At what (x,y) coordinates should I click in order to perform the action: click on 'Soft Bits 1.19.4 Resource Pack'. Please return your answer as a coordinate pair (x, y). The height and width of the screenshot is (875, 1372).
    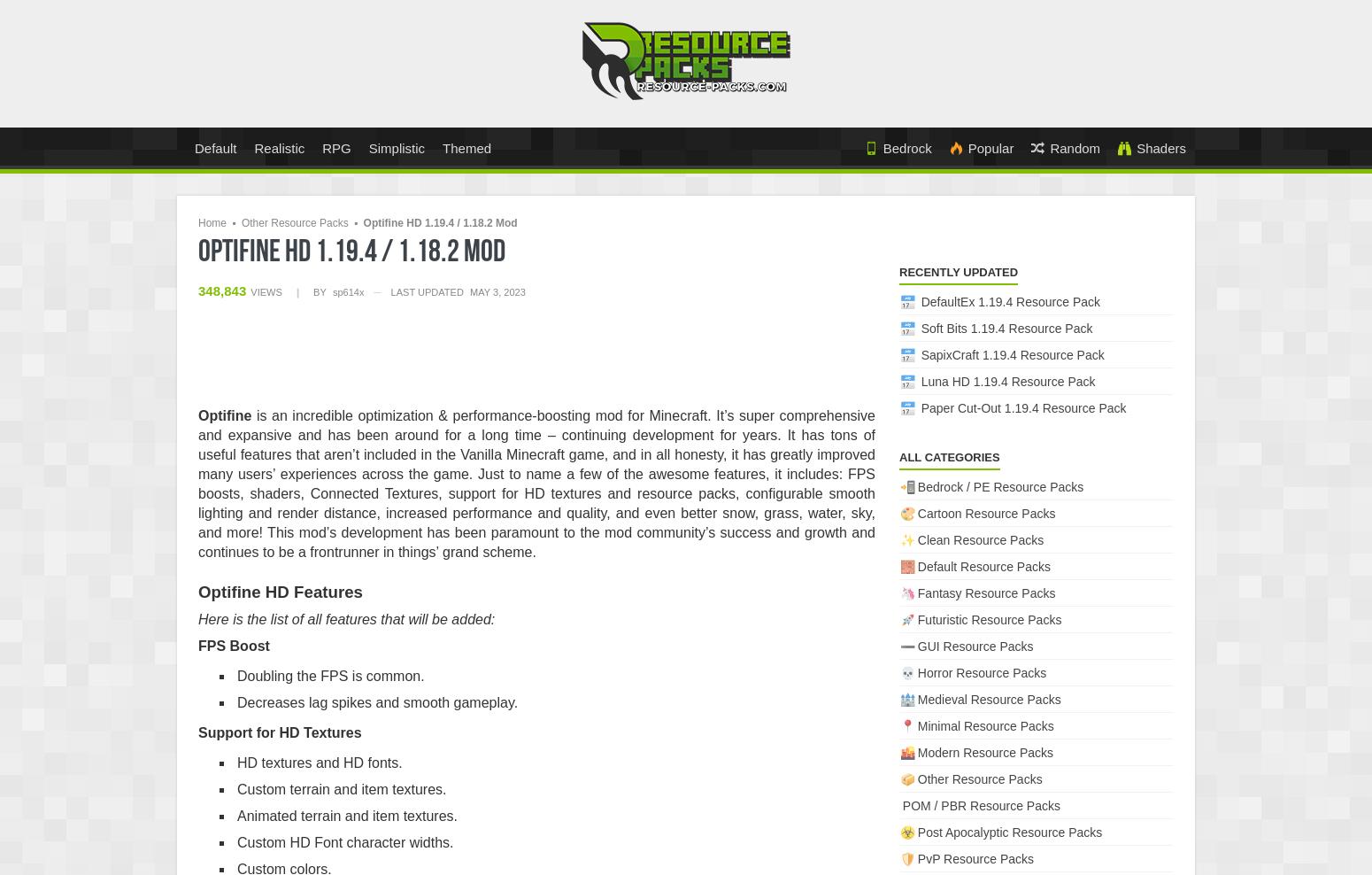
    Looking at the image, I should click on (1005, 328).